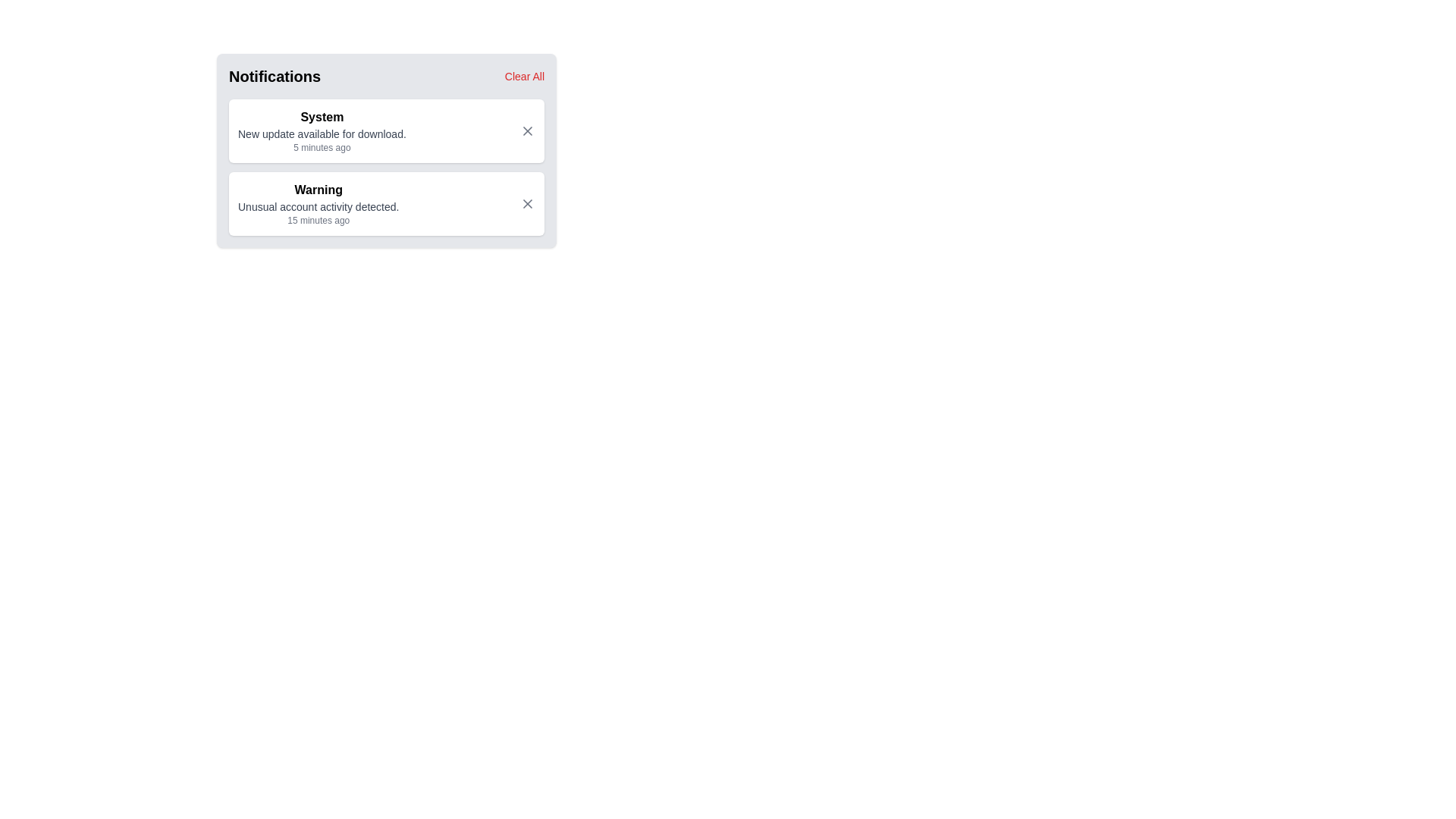  Describe the element at coordinates (528, 203) in the screenshot. I see `the close icon button represented by an outlined 'X' symbol located in the top-right corner of the second notification card indicating a warning about unusual account activity` at that location.